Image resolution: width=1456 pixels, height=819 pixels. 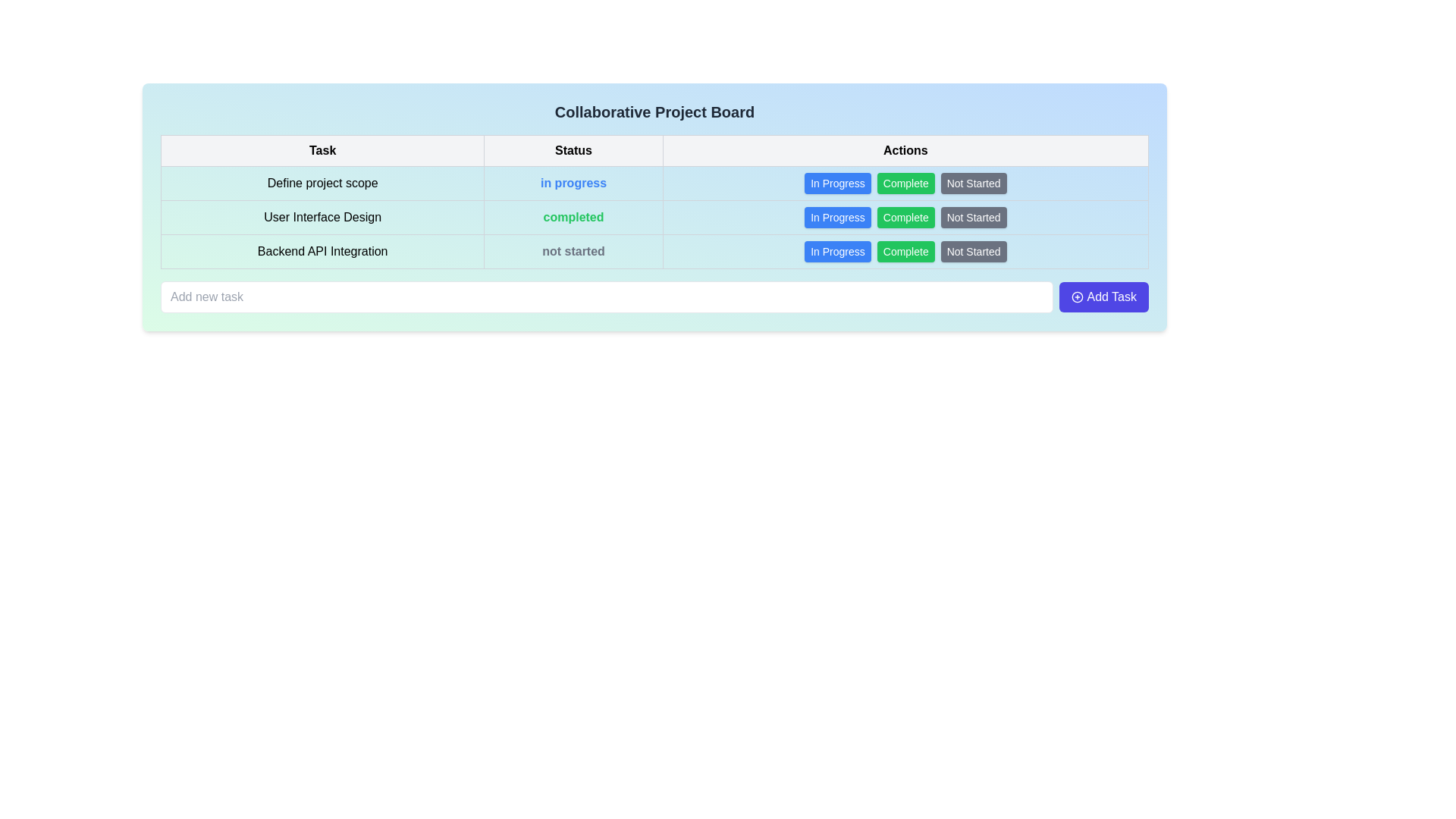 I want to click on the green 'Complete' button with rounded corners in the 'Actions' column of the 'User Interface Design' table row, so click(x=905, y=217).